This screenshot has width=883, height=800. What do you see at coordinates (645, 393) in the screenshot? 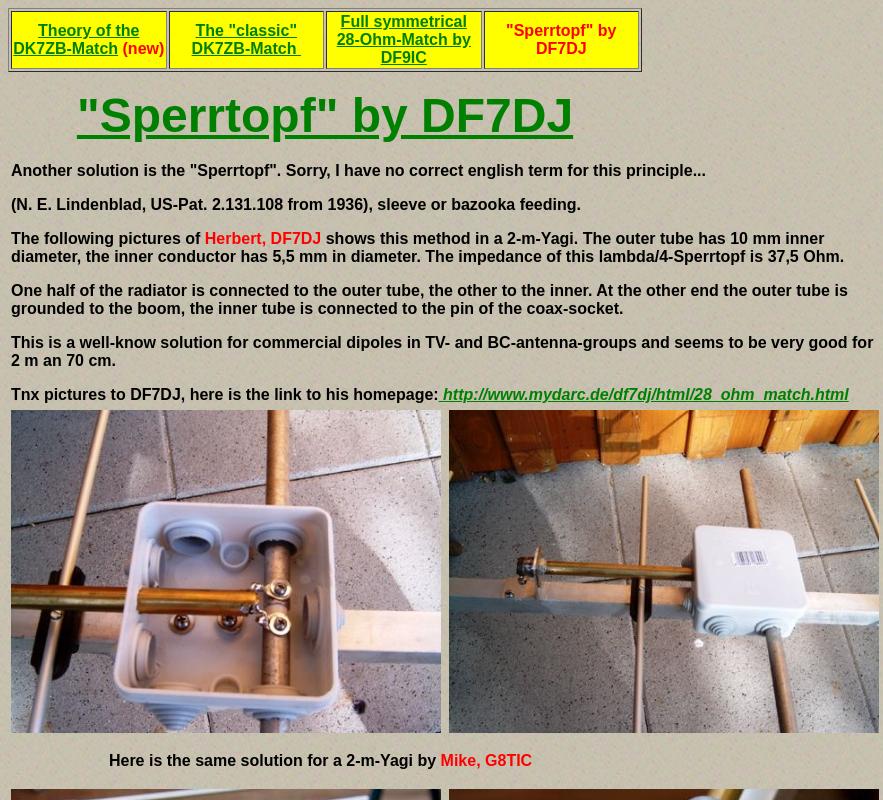
I see `'http://www.mydarc.de/df7dj/html/28_ohm_match.html'` at bounding box center [645, 393].